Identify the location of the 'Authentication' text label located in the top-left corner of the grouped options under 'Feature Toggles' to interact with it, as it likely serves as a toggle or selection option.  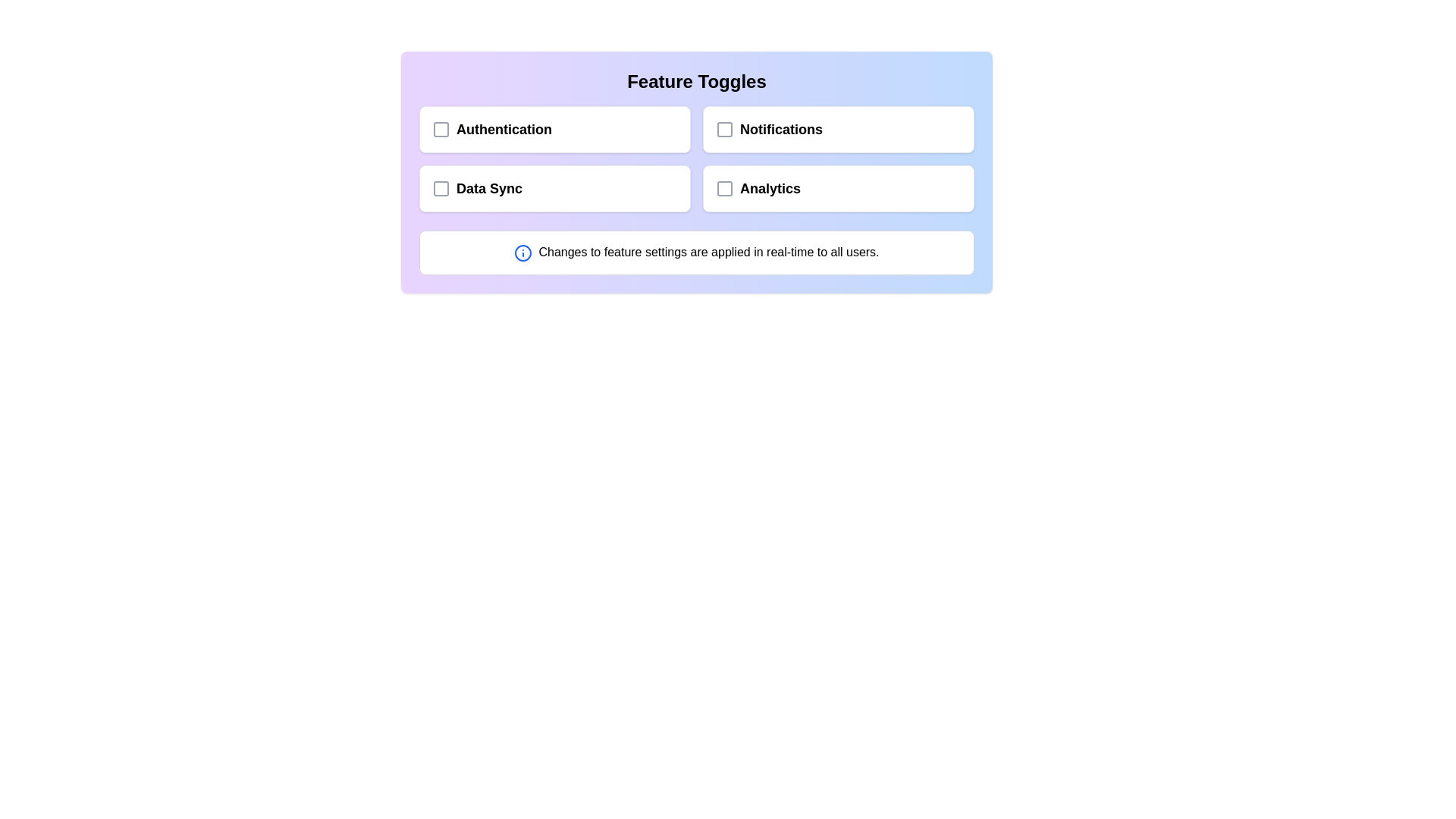
(491, 128).